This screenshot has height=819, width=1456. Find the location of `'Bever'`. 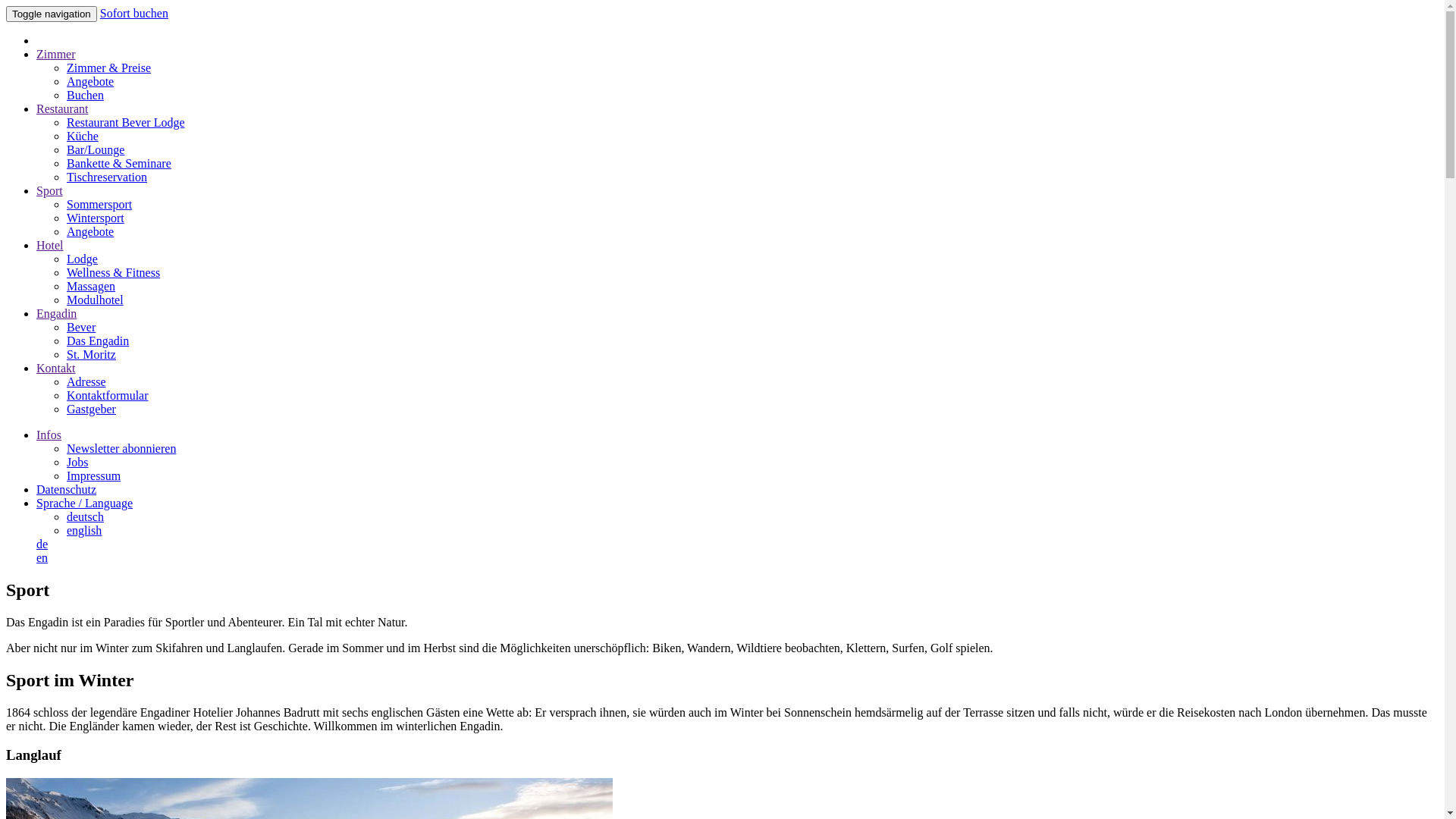

'Bever' is located at coordinates (65, 326).